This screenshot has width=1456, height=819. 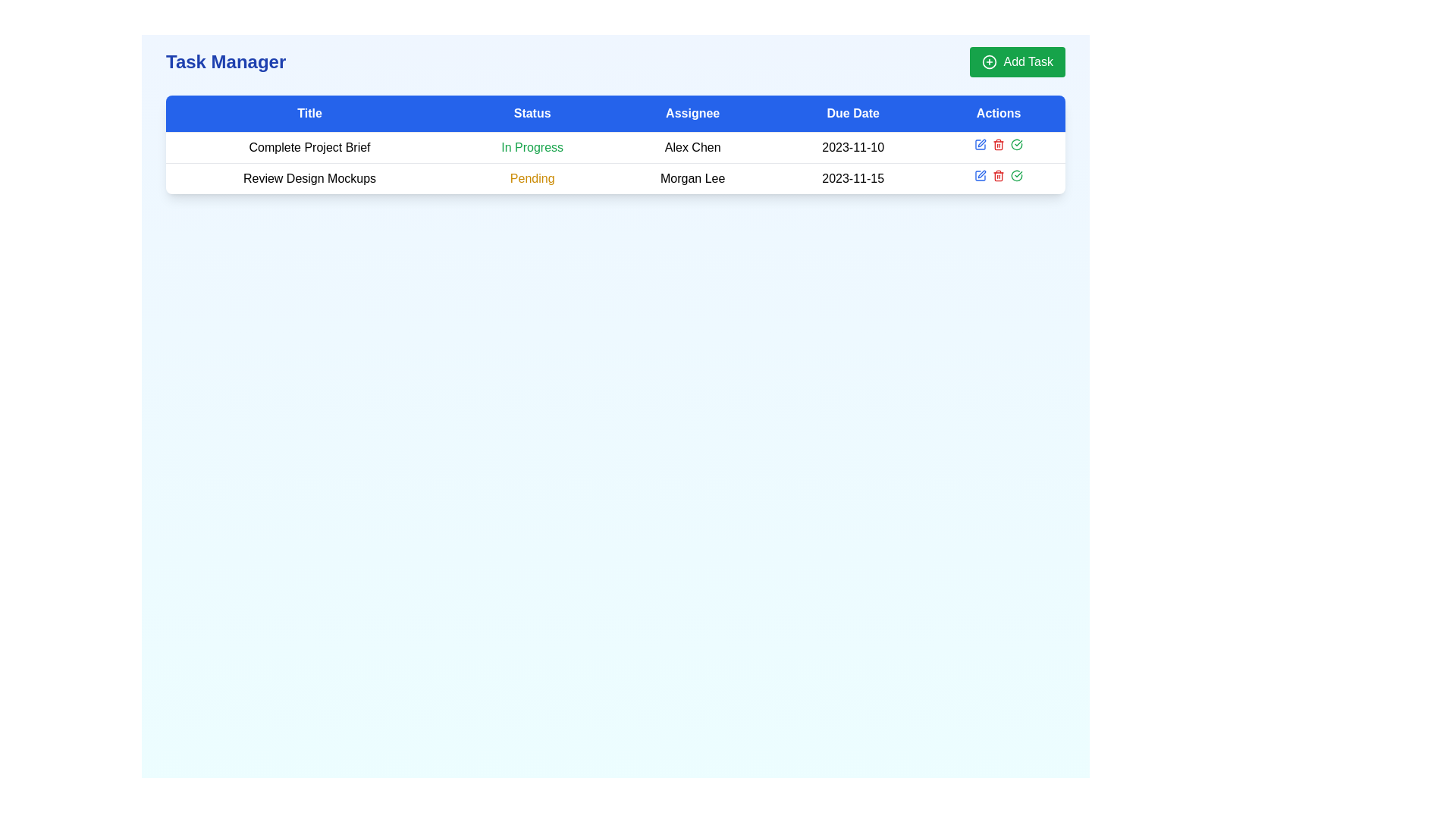 What do you see at coordinates (309, 113) in the screenshot?
I see `the Label/Text Header element which serves as a header for a table column, located as the first item from the left in the header section` at bounding box center [309, 113].